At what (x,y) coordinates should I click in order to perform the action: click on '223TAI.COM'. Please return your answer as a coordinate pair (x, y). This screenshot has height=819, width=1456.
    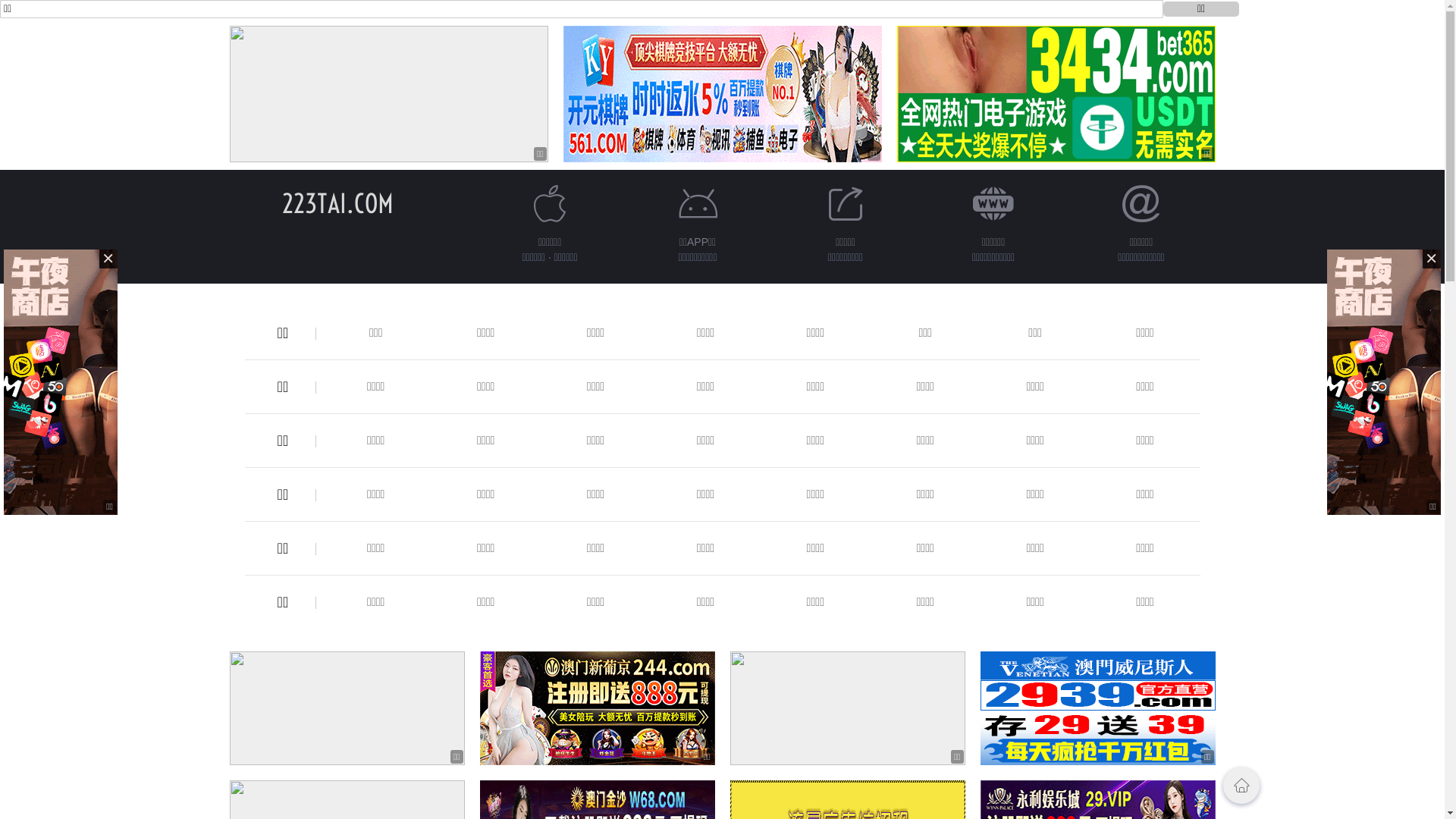
    Looking at the image, I should click on (337, 202).